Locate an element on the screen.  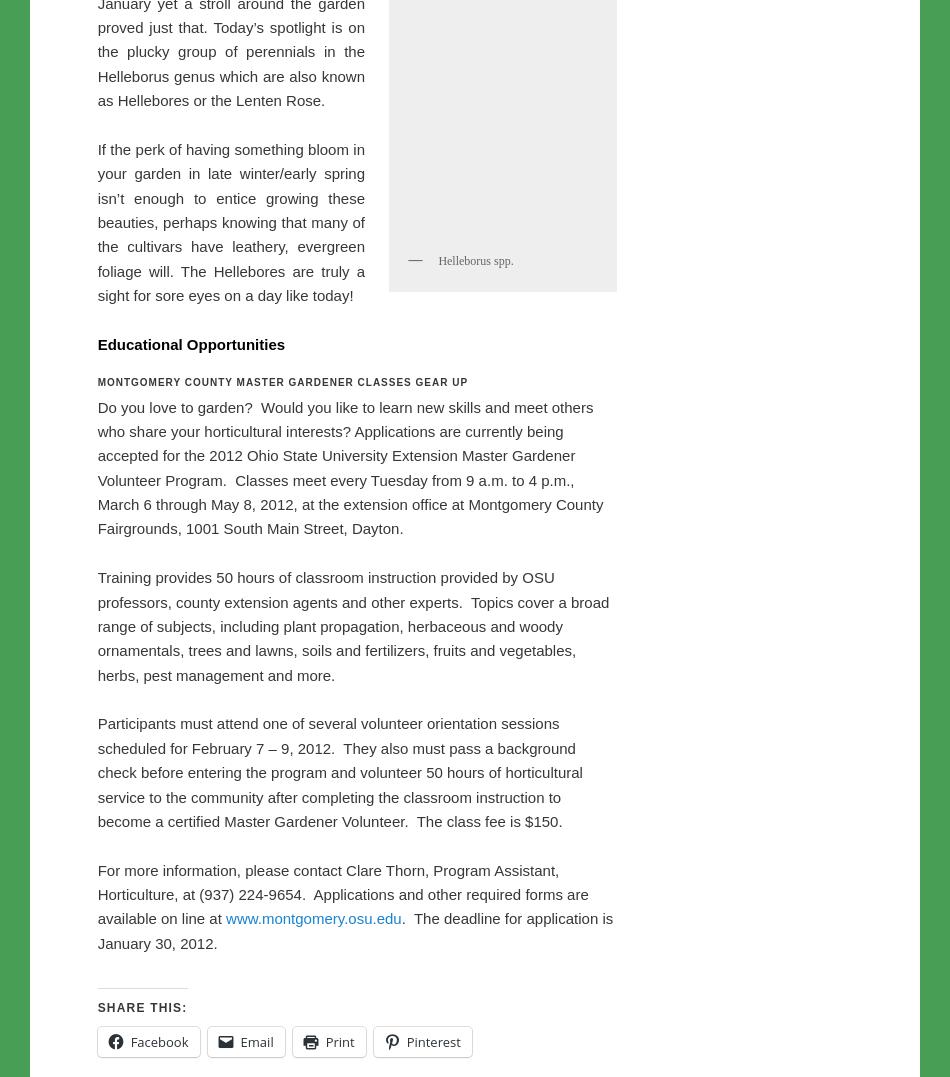
'Uncategorized' is located at coordinates (191, 155).